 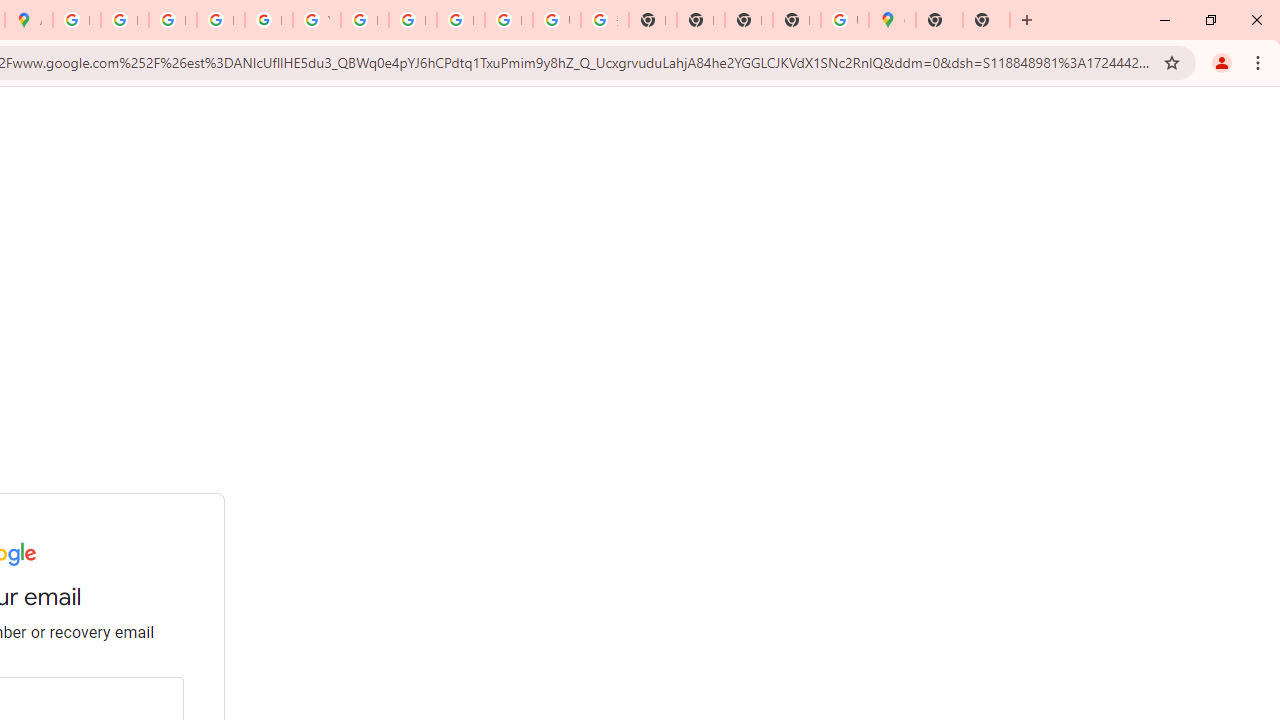 What do you see at coordinates (938, 20) in the screenshot?
I see `'New Tab'` at bounding box center [938, 20].